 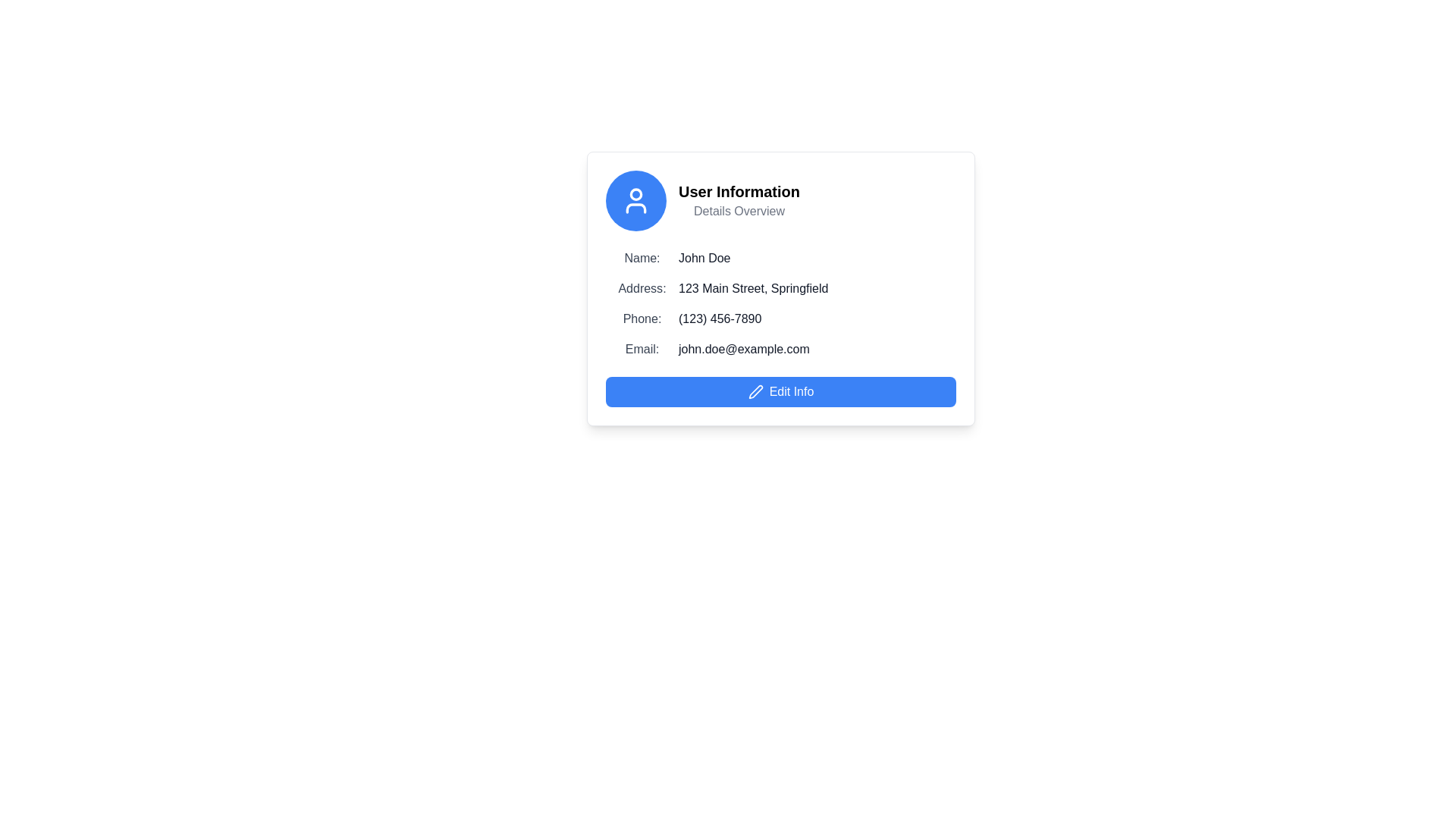 What do you see at coordinates (642, 257) in the screenshot?
I see `the text label that contains the word 'Name:', styled in medium gray font, located in the user information panel below the 'User Information' section` at bounding box center [642, 257].